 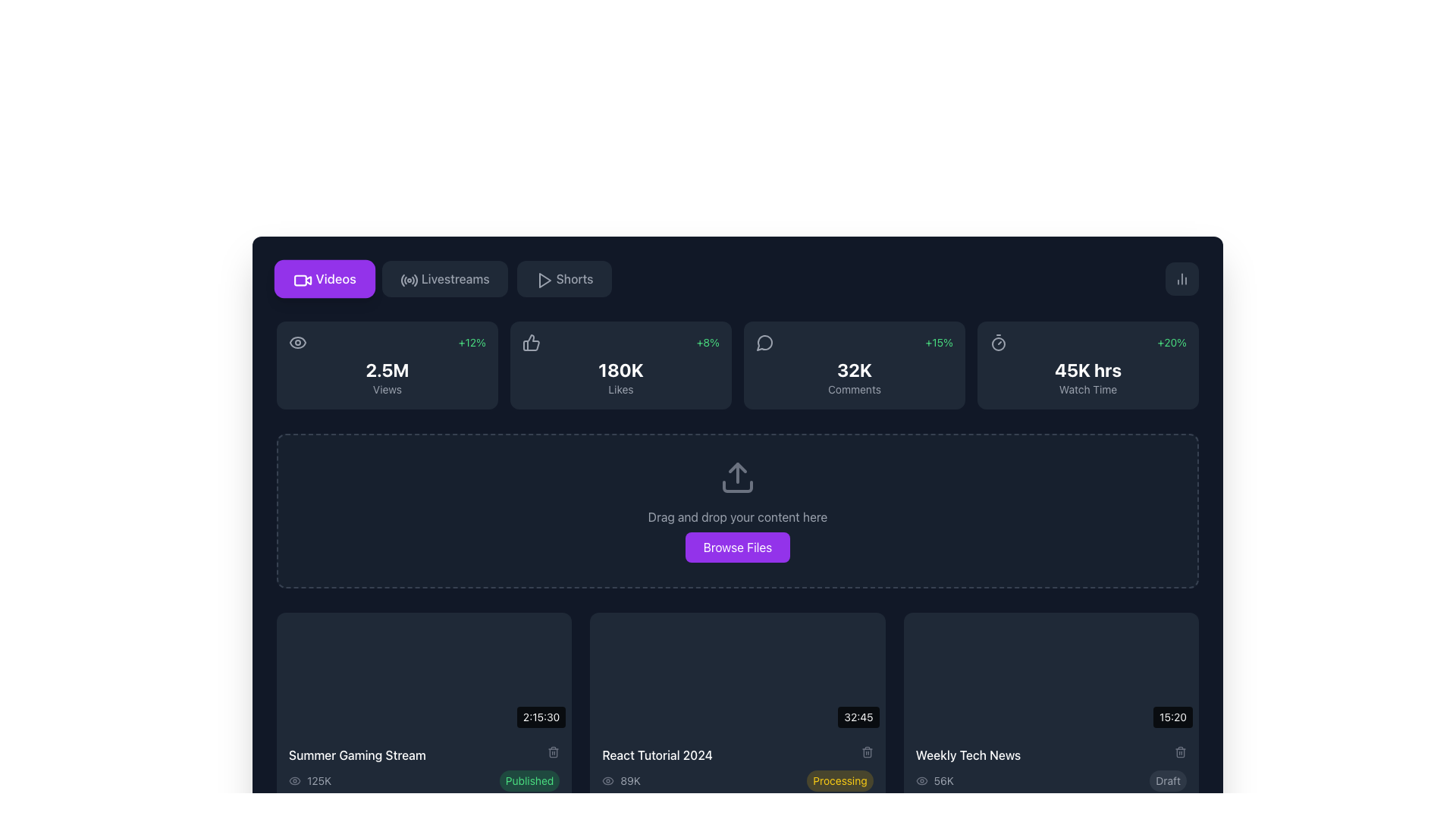 What do you see at coordinates (855, 376) in the screenshot?
I see `the text-based informational block displaying '32K' in bold white font above 'Comments', which is centrally aligned and positioned in the dashboard layout` at bounding box center [855, 376].